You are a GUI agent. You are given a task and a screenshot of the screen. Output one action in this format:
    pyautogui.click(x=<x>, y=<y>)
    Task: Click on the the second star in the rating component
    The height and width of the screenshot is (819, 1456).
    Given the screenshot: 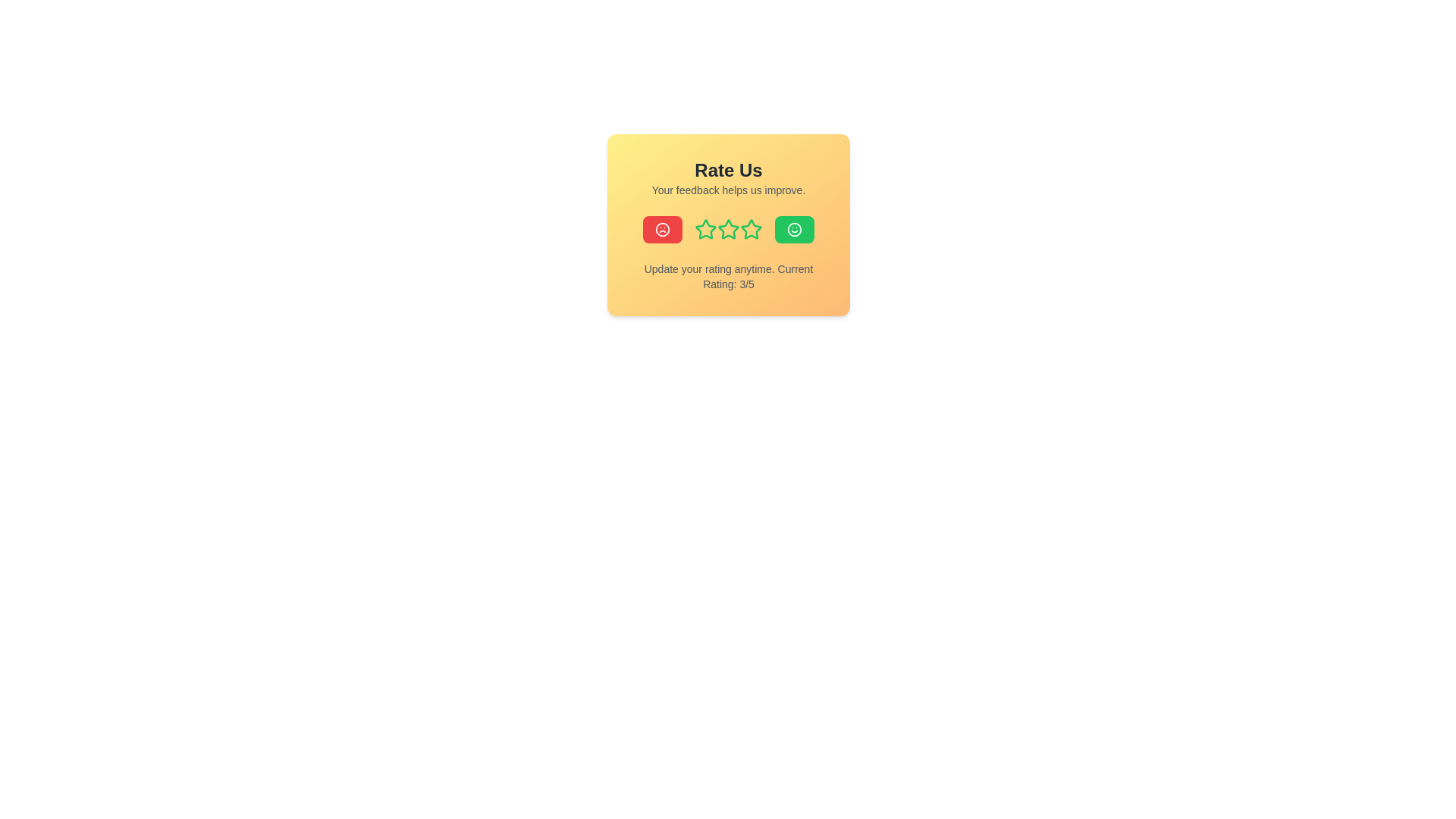 What is the action you would take?
    pyautogui.click(x=705, y=230)
    